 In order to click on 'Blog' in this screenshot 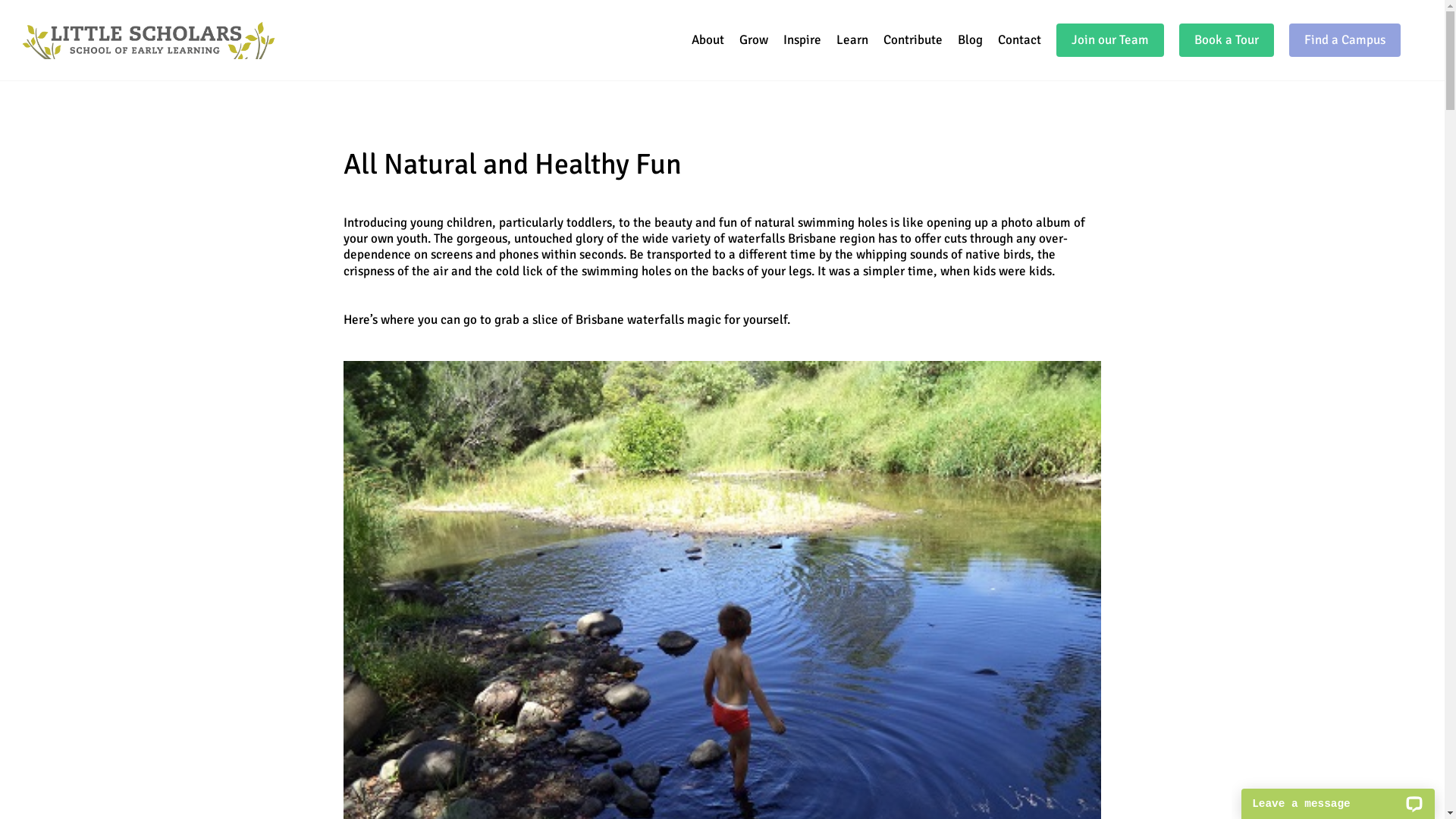, I will do `click(969, 39)`.